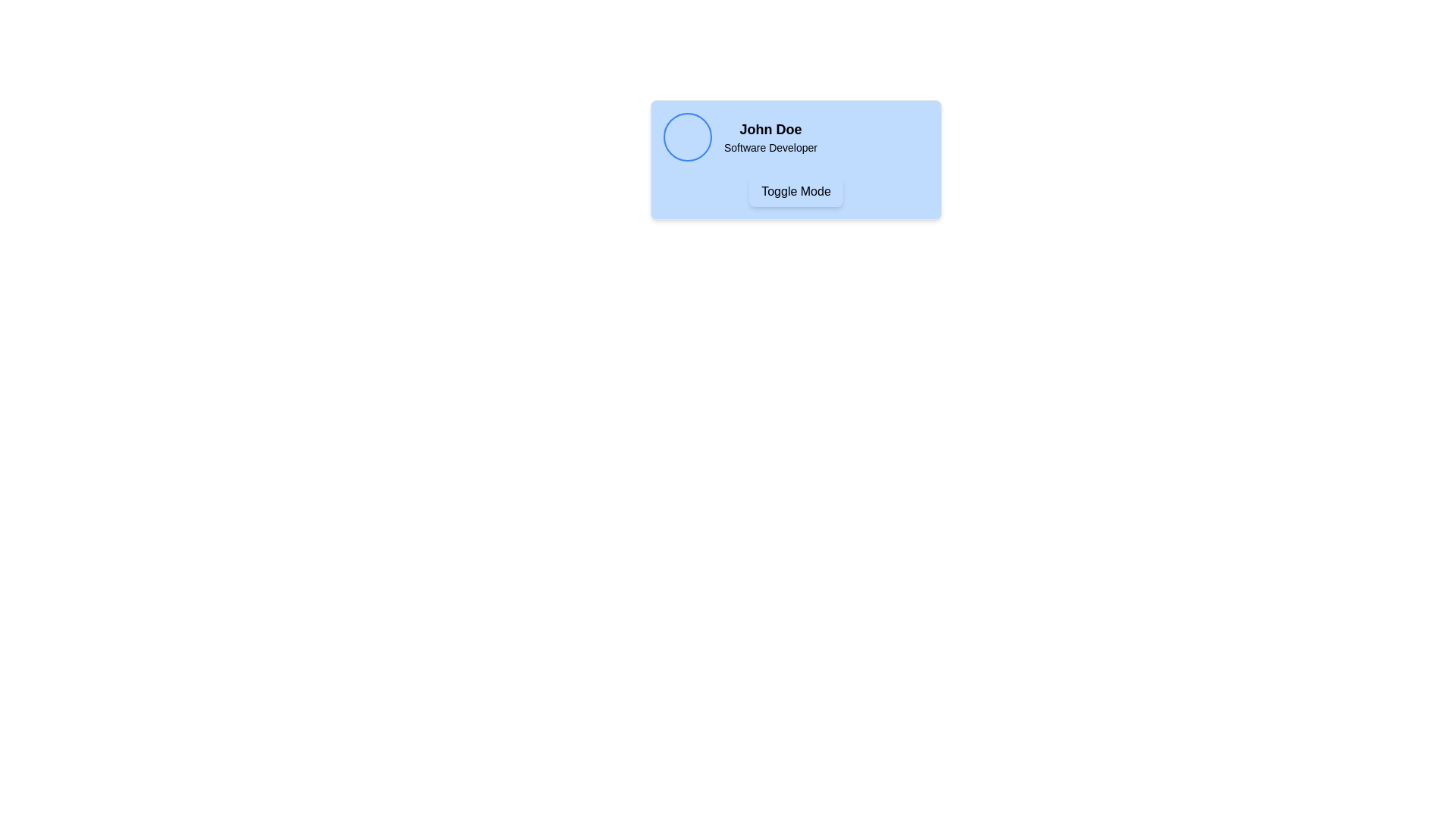 This screenshot has height=819, width=1456. I want to click on the toggle button located below the name 'John Doe' and profession 'Software Developer' to switch modes, so click(795, 191).